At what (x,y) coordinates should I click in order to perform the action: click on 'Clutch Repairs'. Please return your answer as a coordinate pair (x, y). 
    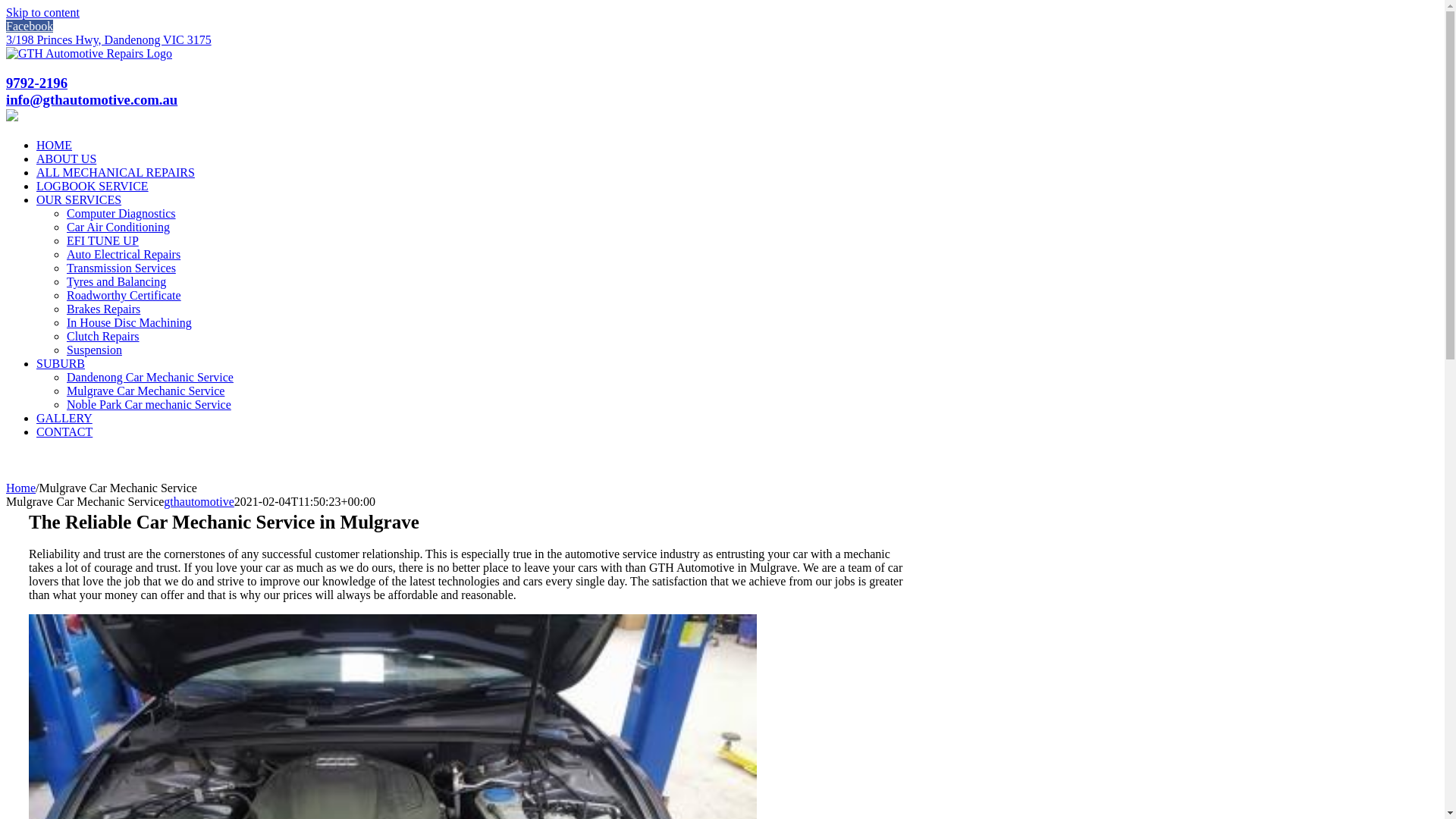
    Looking at the image, I should click on (102, 335).